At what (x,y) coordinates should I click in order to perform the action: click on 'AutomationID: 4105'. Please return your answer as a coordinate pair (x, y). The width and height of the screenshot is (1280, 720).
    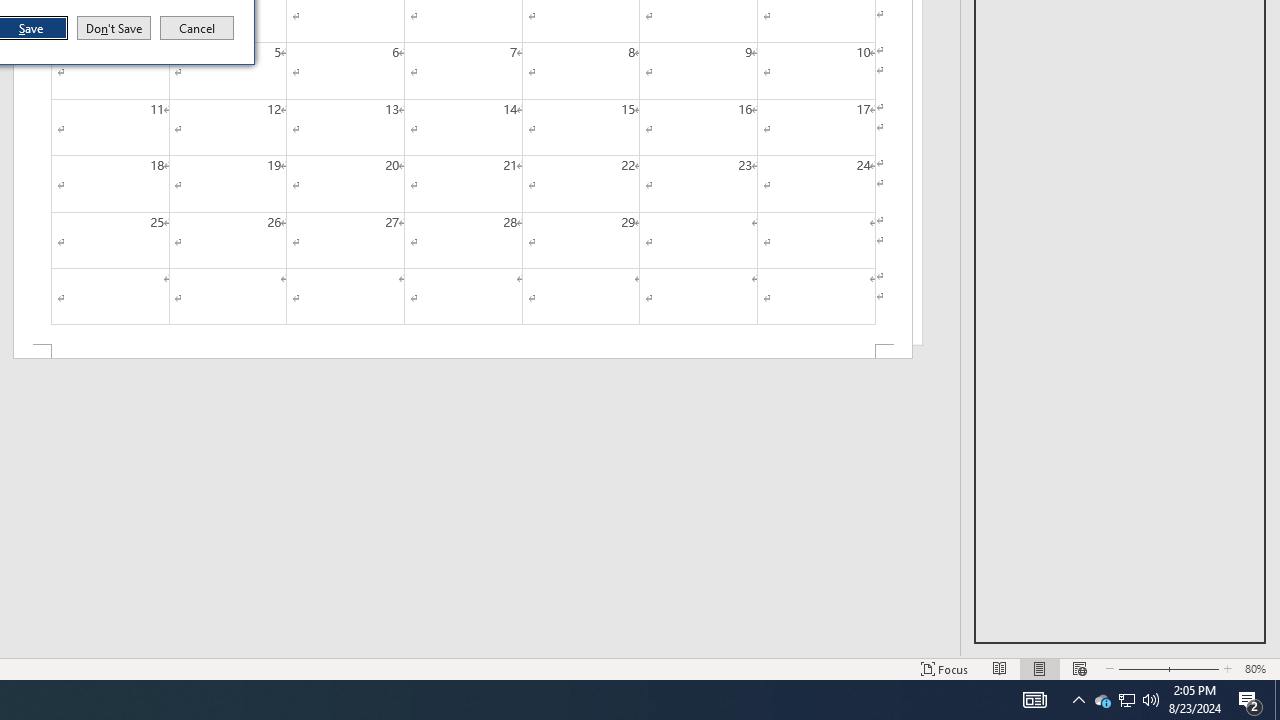
    Looking at the image, I should click on (1034, 698).